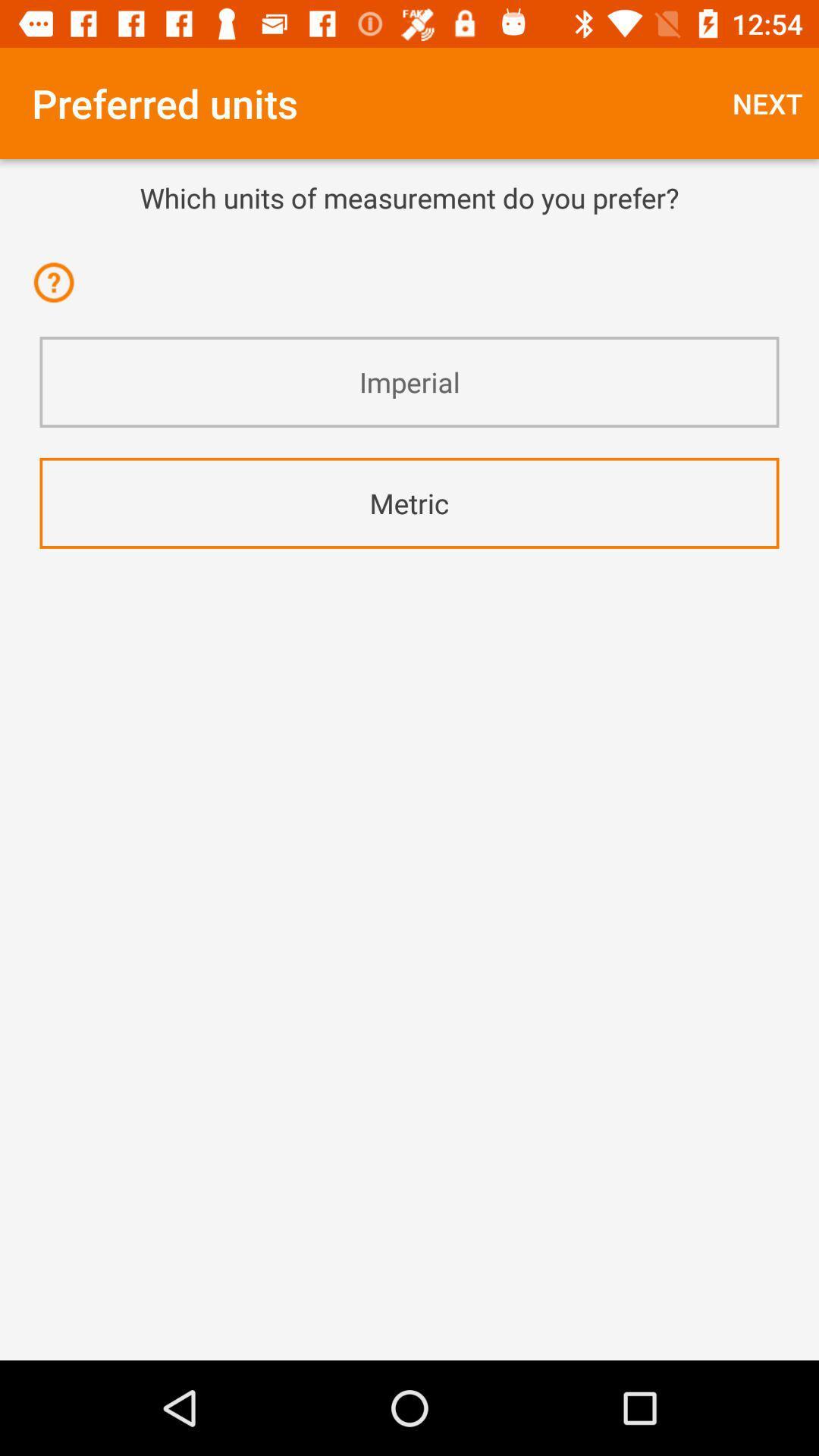 The height and width of the screenshot is (1456, 819). I want to click on next, so click(767, 102).